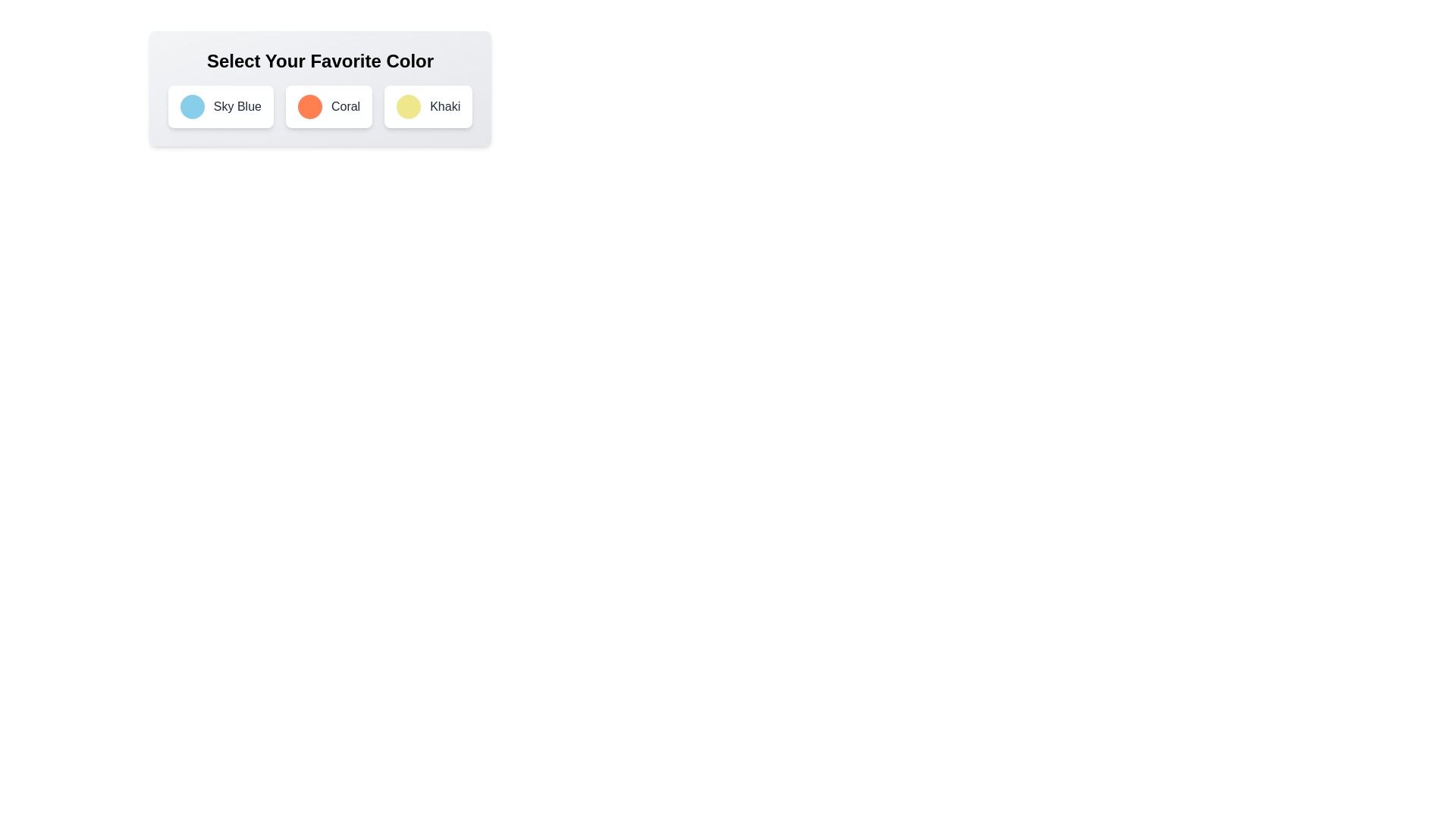 This screenshot has height=819, width=1456. What do you see at coordinates (409, 106) in the screenshot?
I see `the color swatch Khaki by clicking on it` at bounding box center [409, 106].